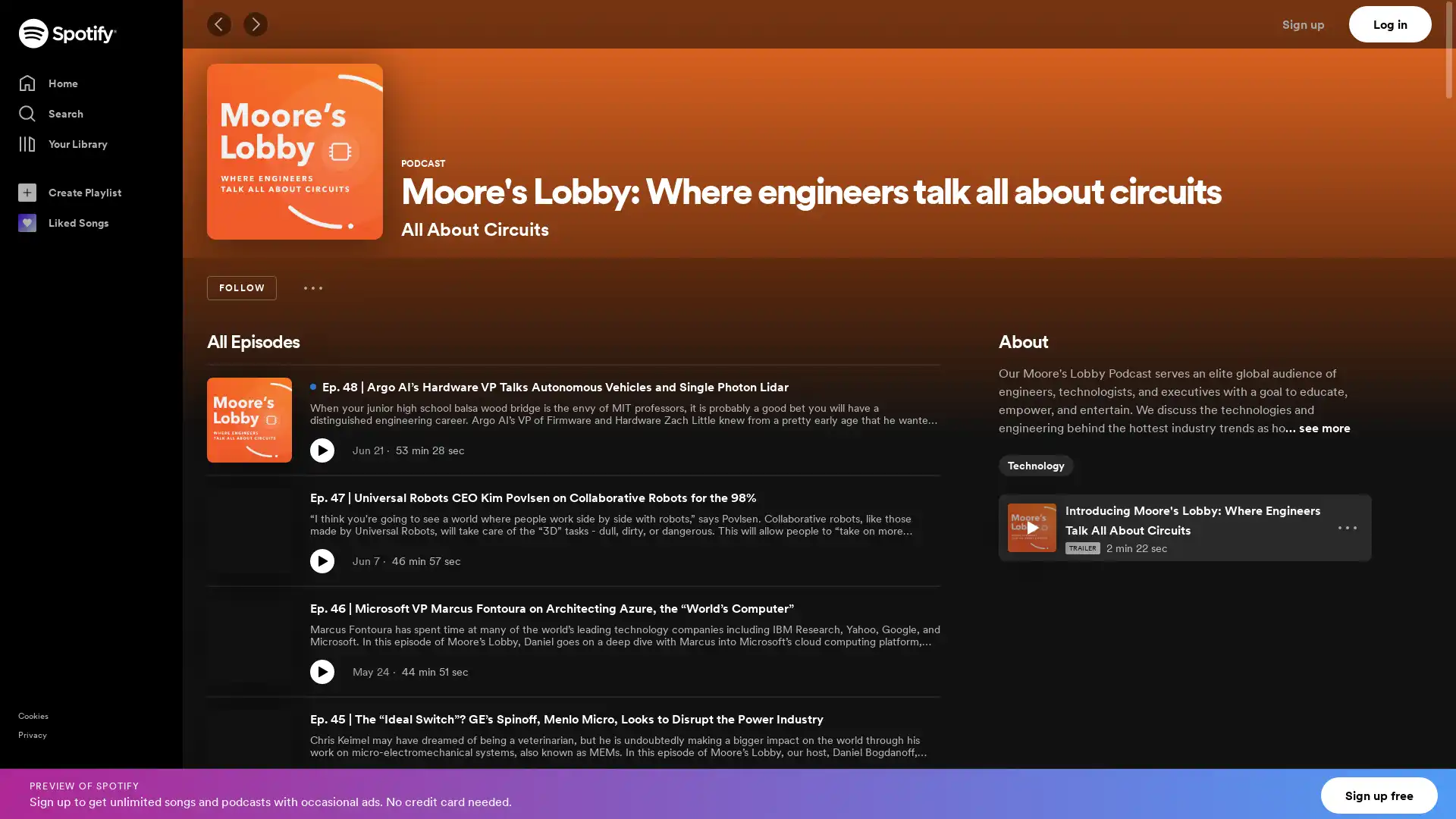 This screenshot has width=1456, height=819. I want to click on Sign up, so click(1312, 24).